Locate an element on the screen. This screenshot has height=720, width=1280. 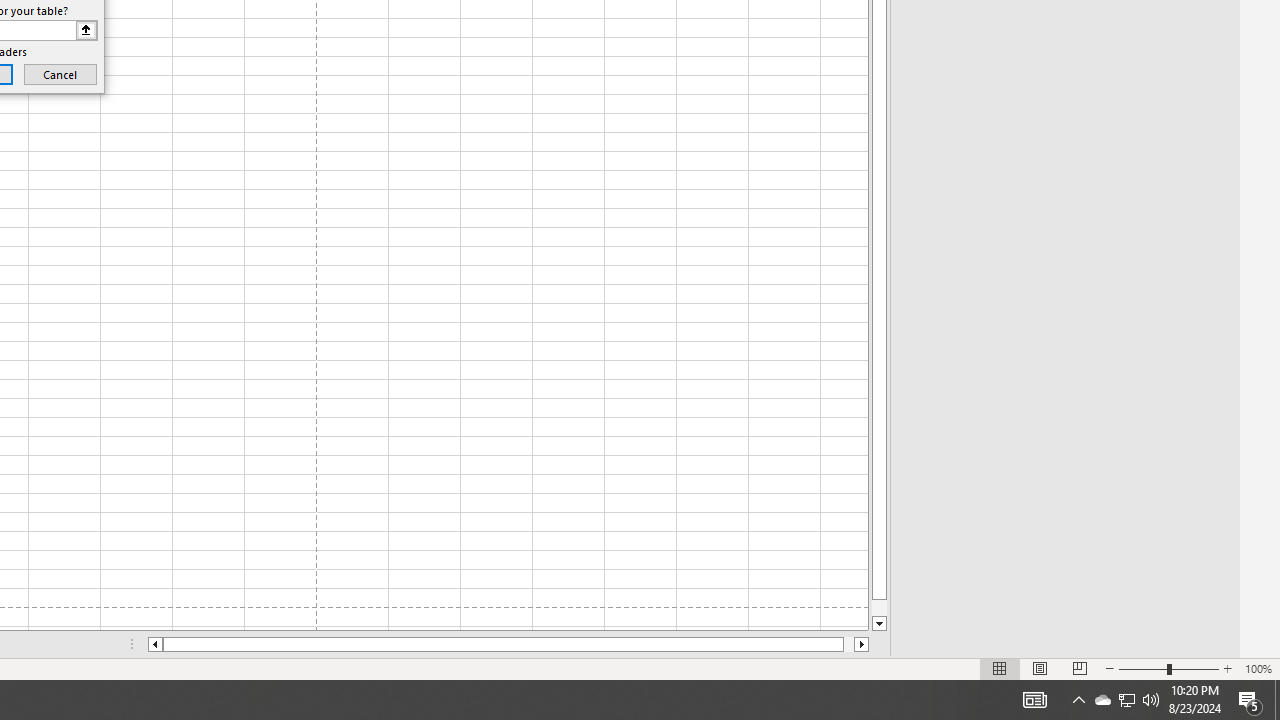
'Column right' is located at coordinates (862, 644).